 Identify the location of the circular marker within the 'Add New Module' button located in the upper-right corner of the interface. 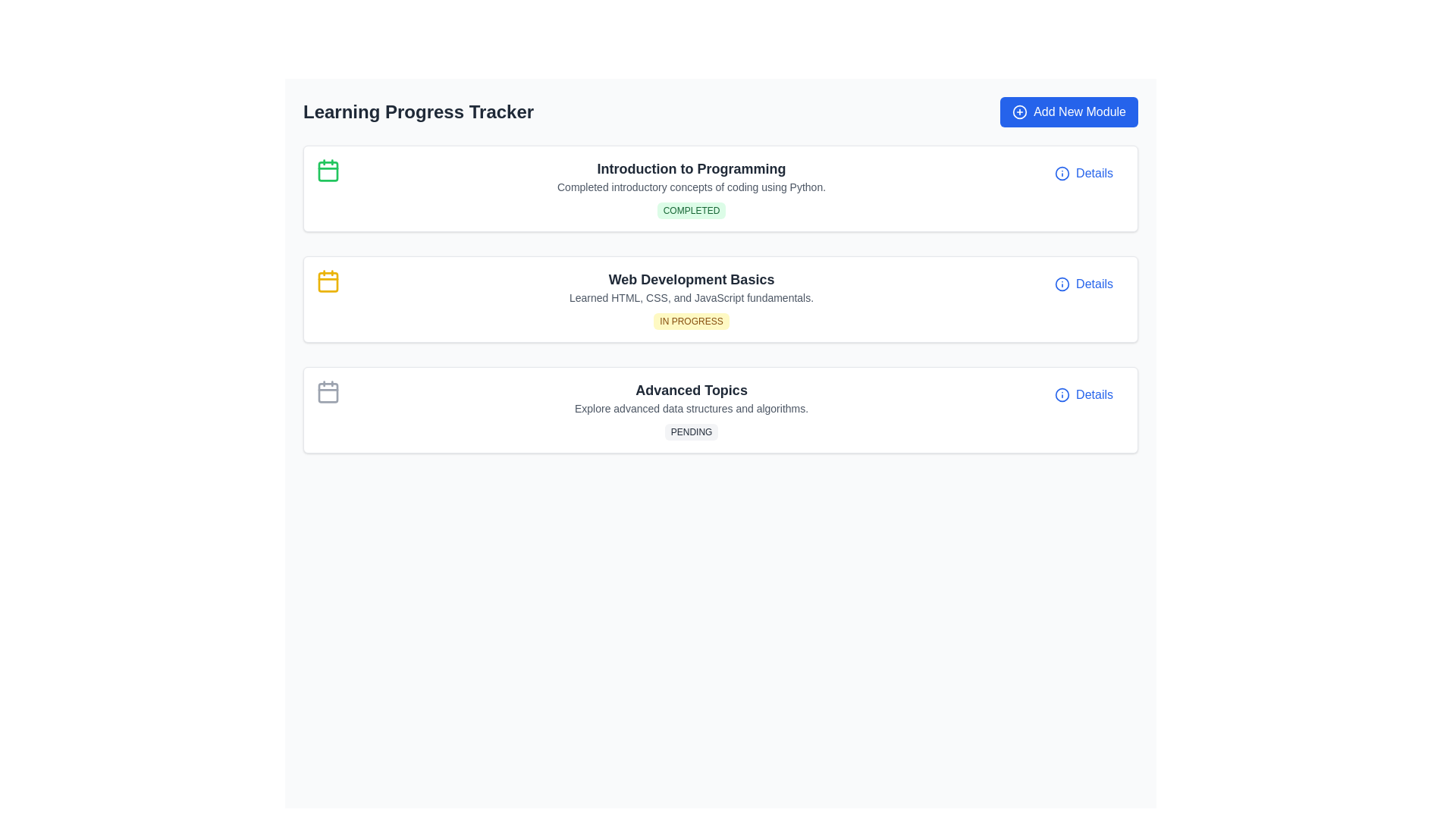
(1020, 111).